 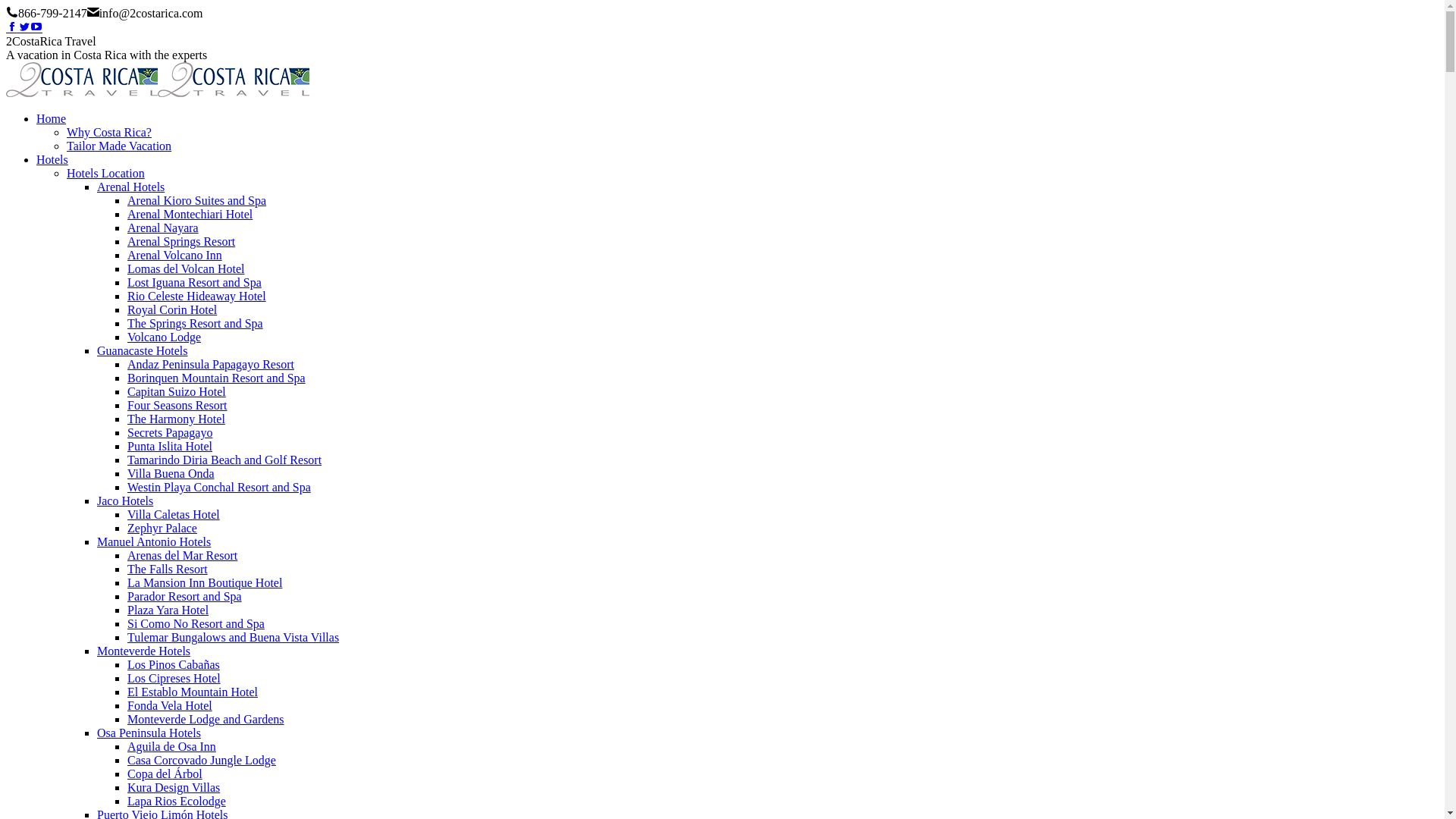 I want to click on 'Punta Islita Hotel', so click(x=170, y=445).